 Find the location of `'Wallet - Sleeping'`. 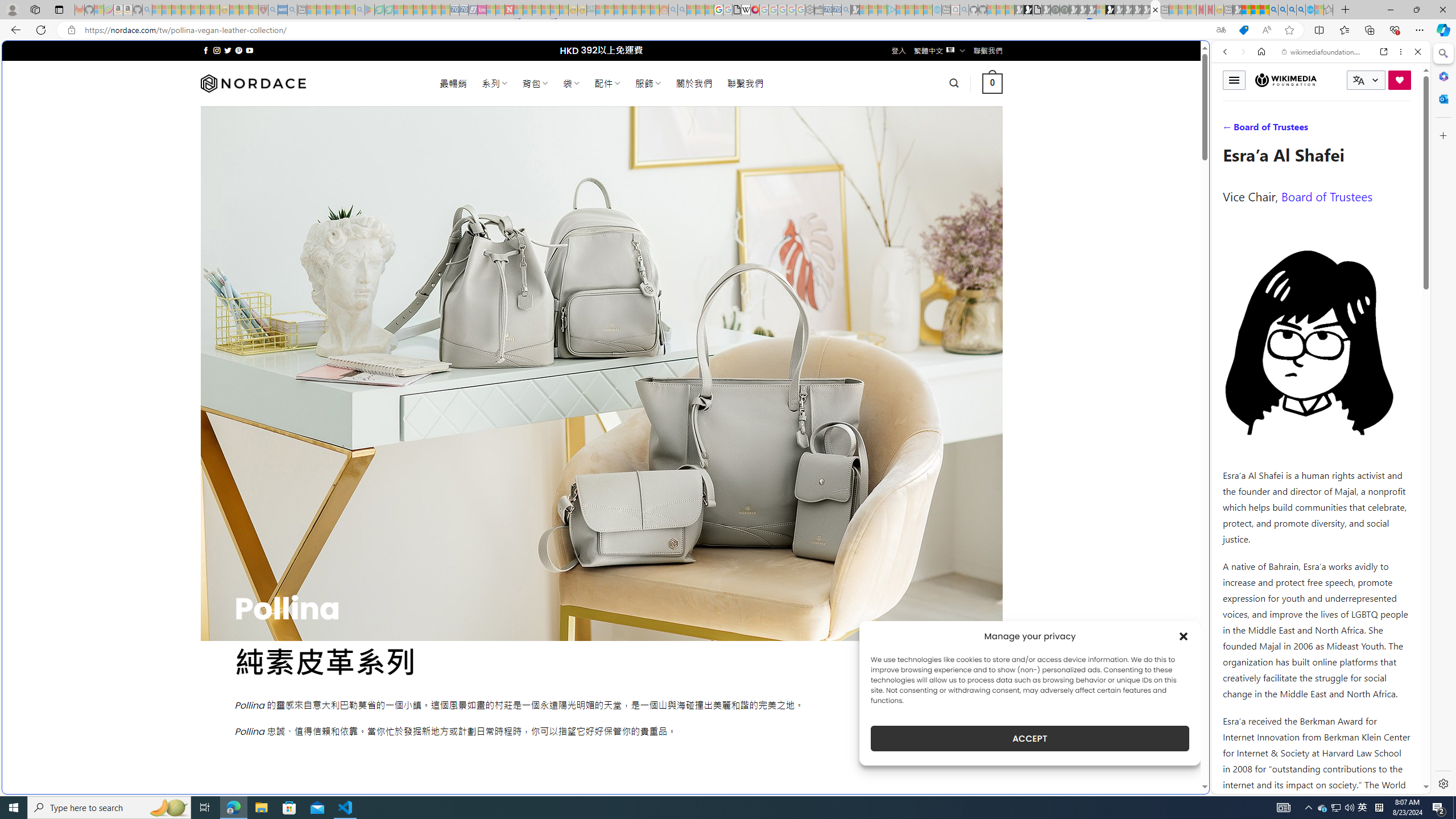

'Wallet - Sleeping' is located at coordinates (818, 9).